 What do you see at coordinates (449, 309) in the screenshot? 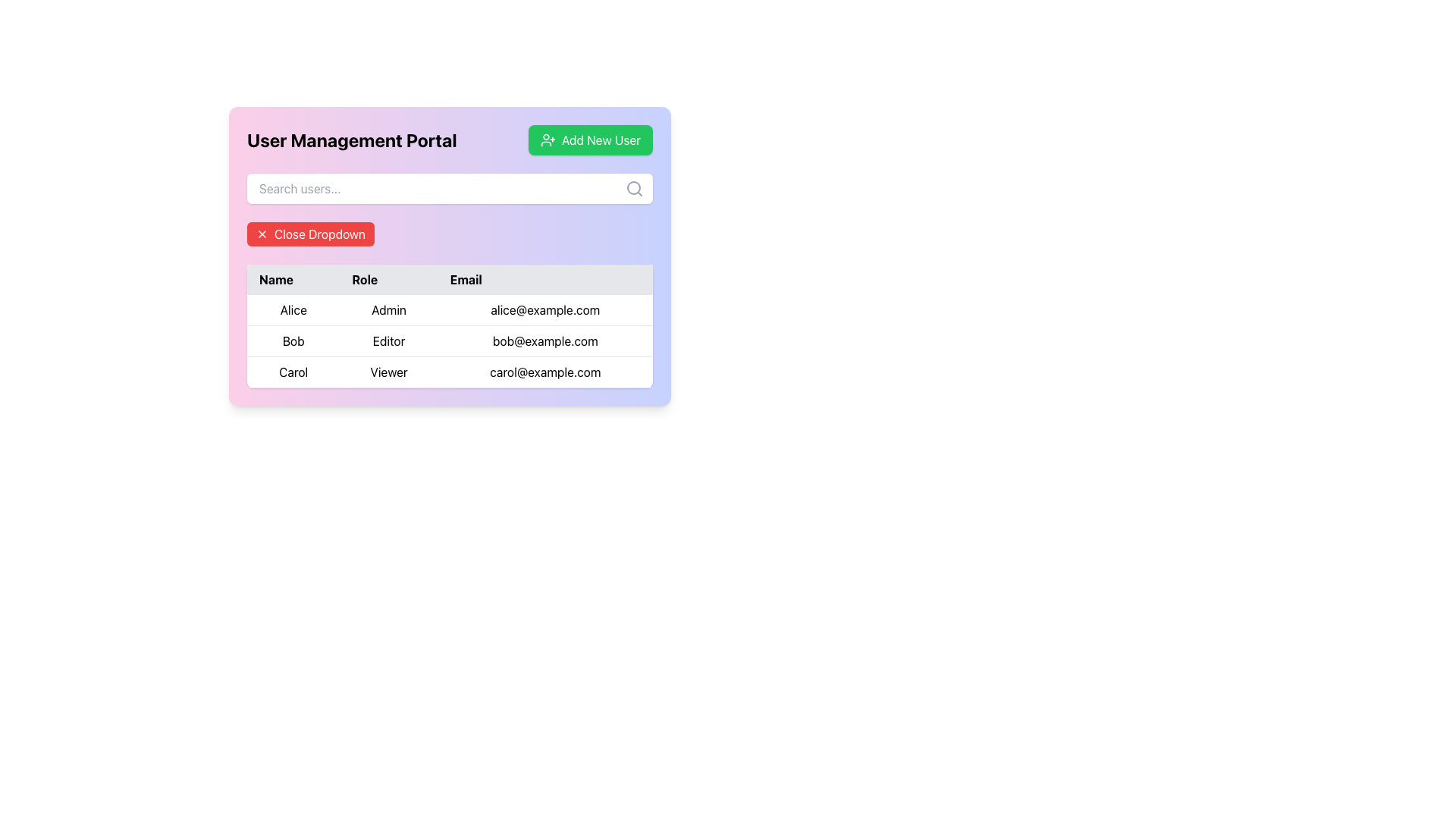
I see `the first row of the table containing 'Alice', 'Admin', and 'alice@example.com'` at bounding box center [449, 309].